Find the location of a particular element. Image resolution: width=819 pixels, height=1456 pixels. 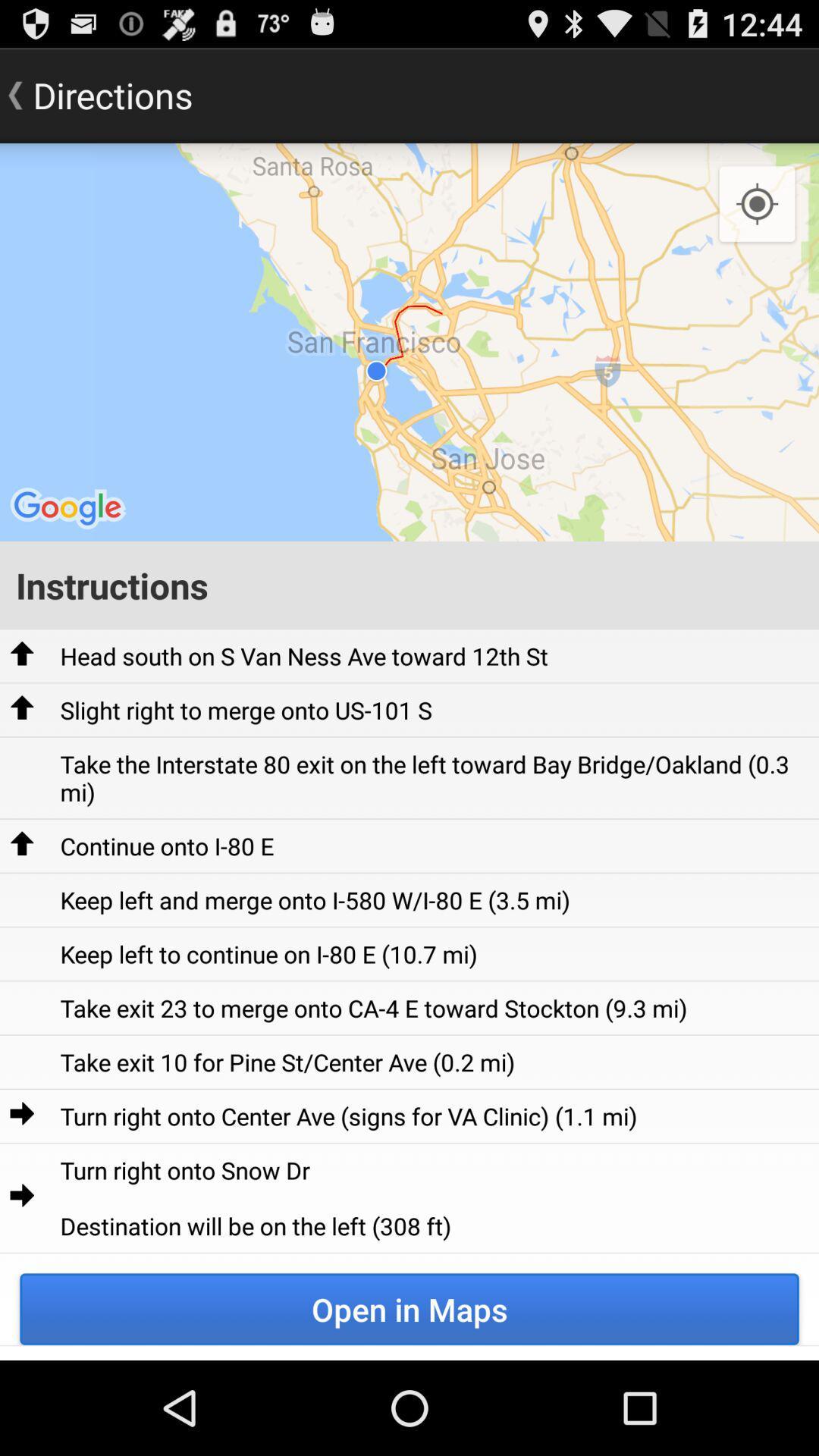

item below turn right onto icon is located at coordinates (409, 1308).